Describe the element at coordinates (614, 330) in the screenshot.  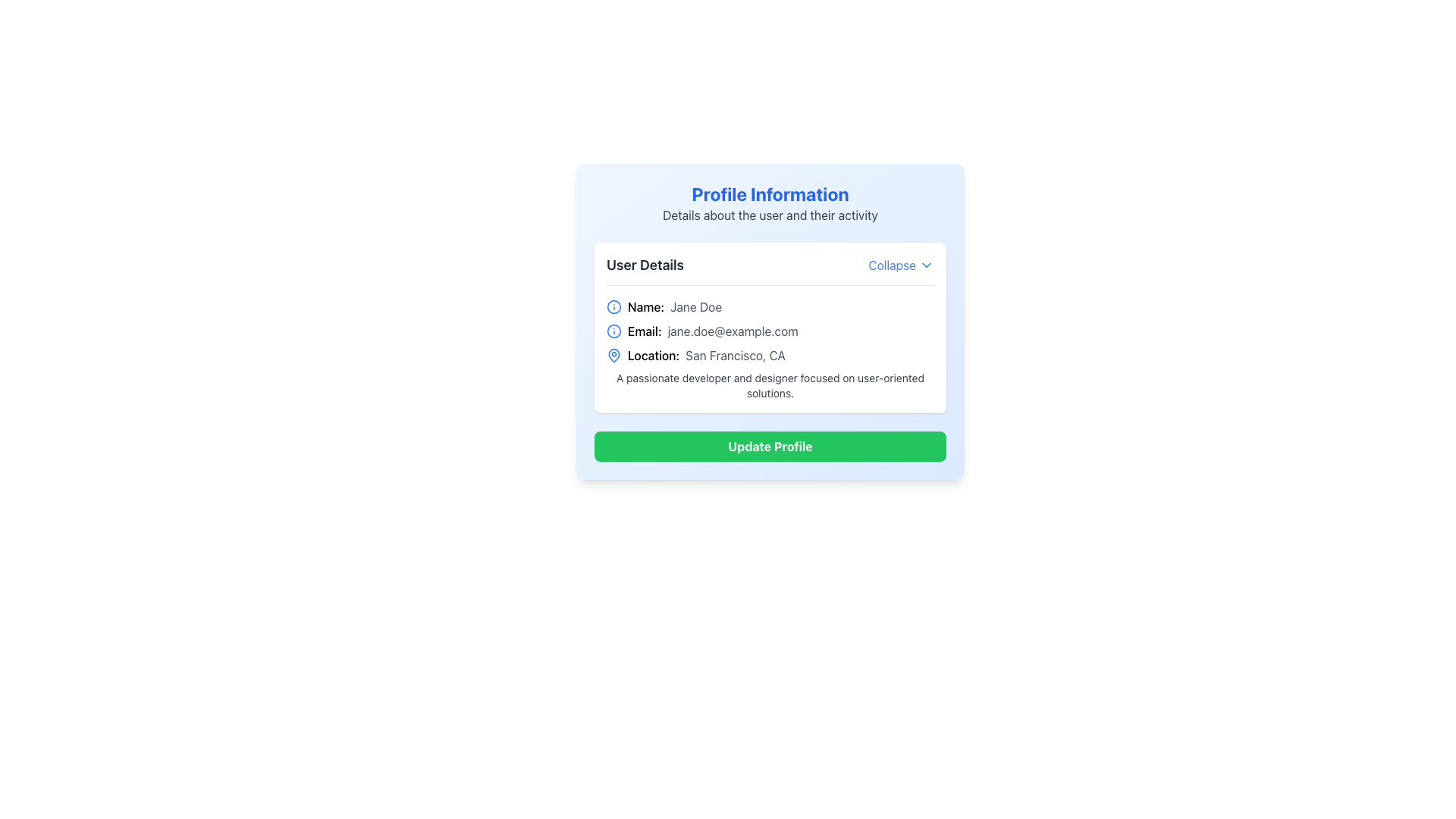
I see `the blue circular icon with an 'i' symbol located to the left of the text 'Email: jane.doe@example.com' in the 'User Details' section` at that location.